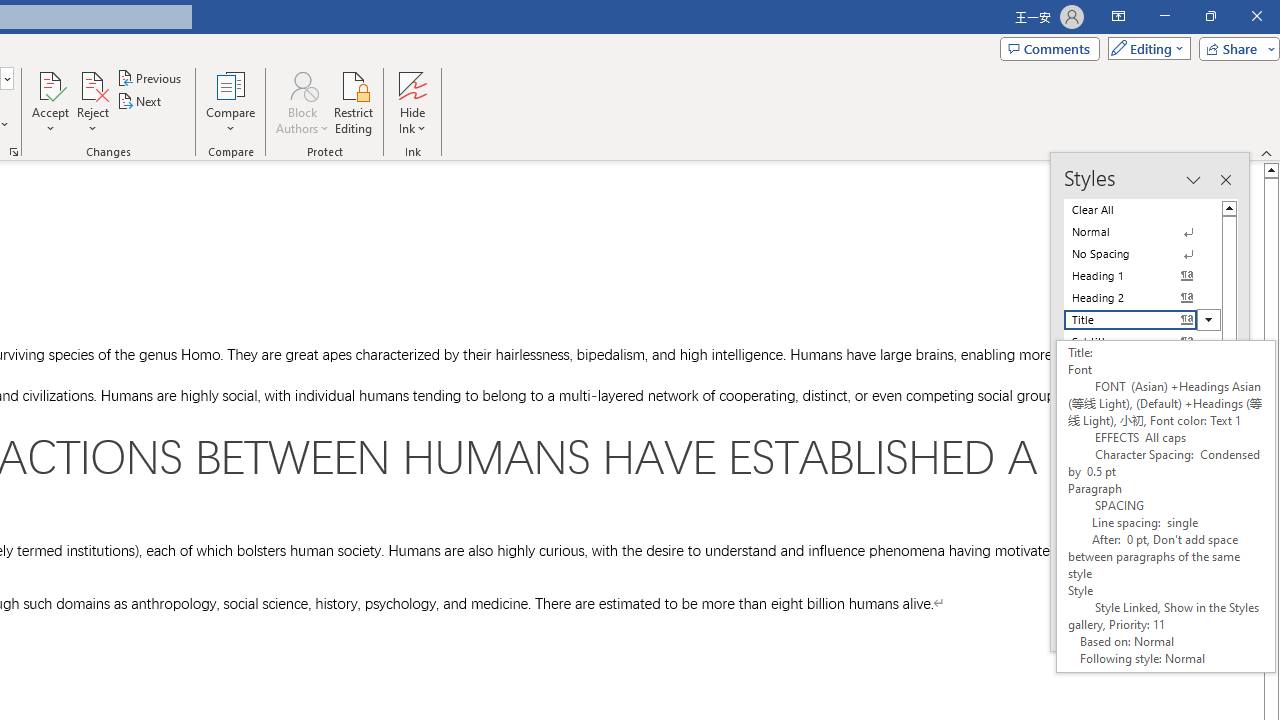 This screenshot has width=1280, height=720. What do you see at coordinates (301, 84) in the screenshot?
I see `'Block Authors'` at bounding box center [301, 84].